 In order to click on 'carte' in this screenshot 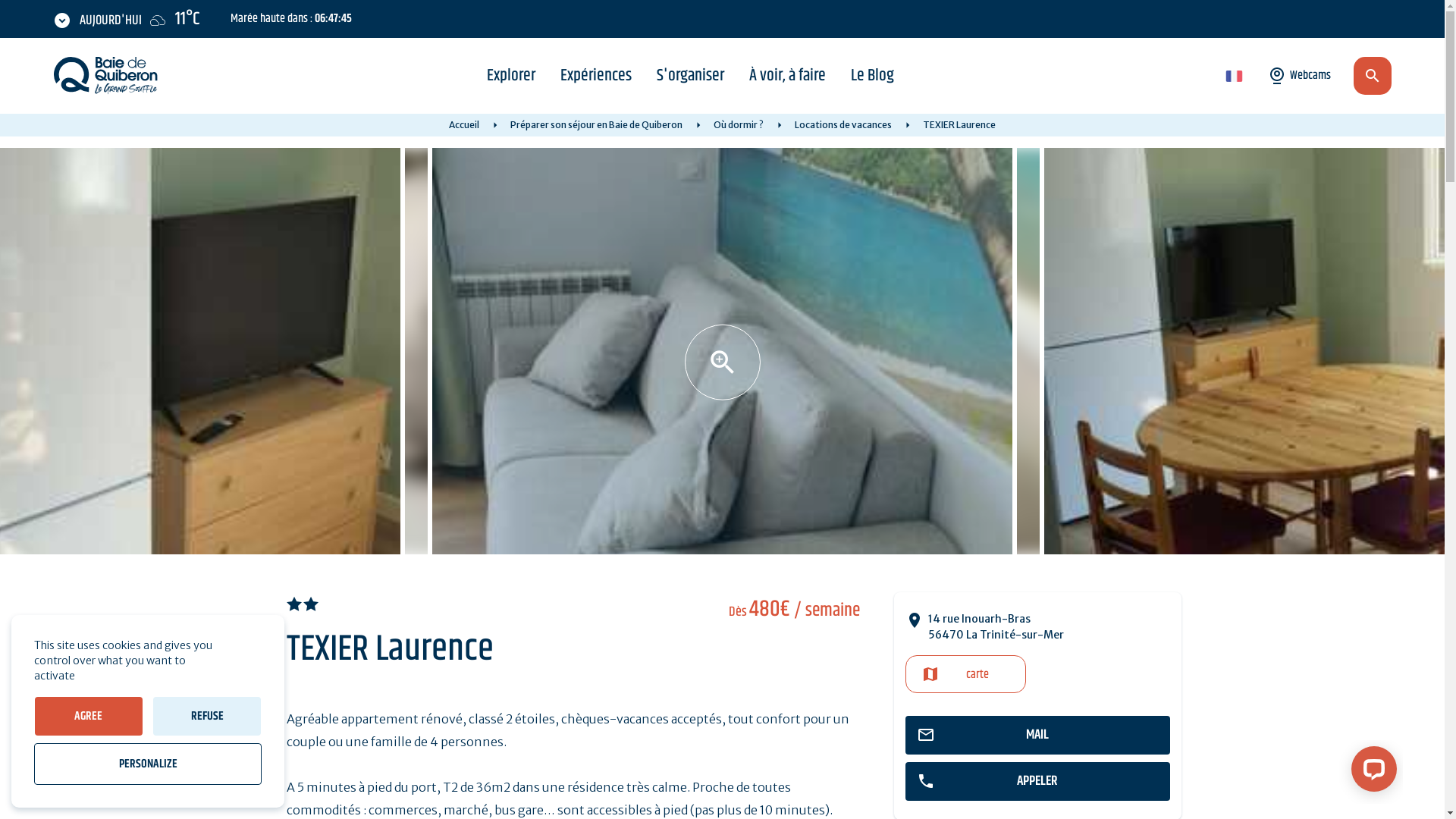, I will do `click(965, 673)`.